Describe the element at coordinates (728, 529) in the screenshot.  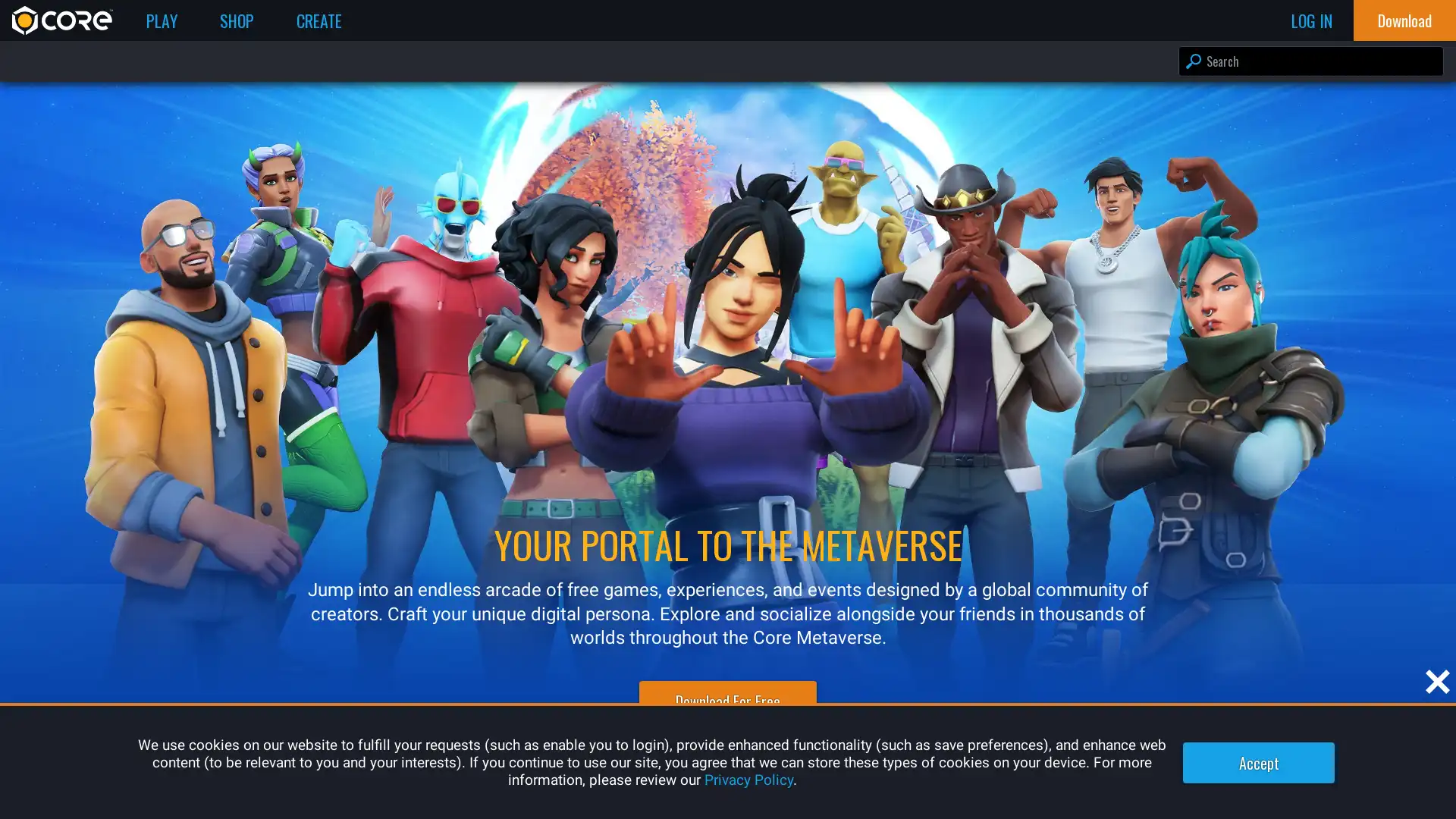
I see `Log In` at that location.